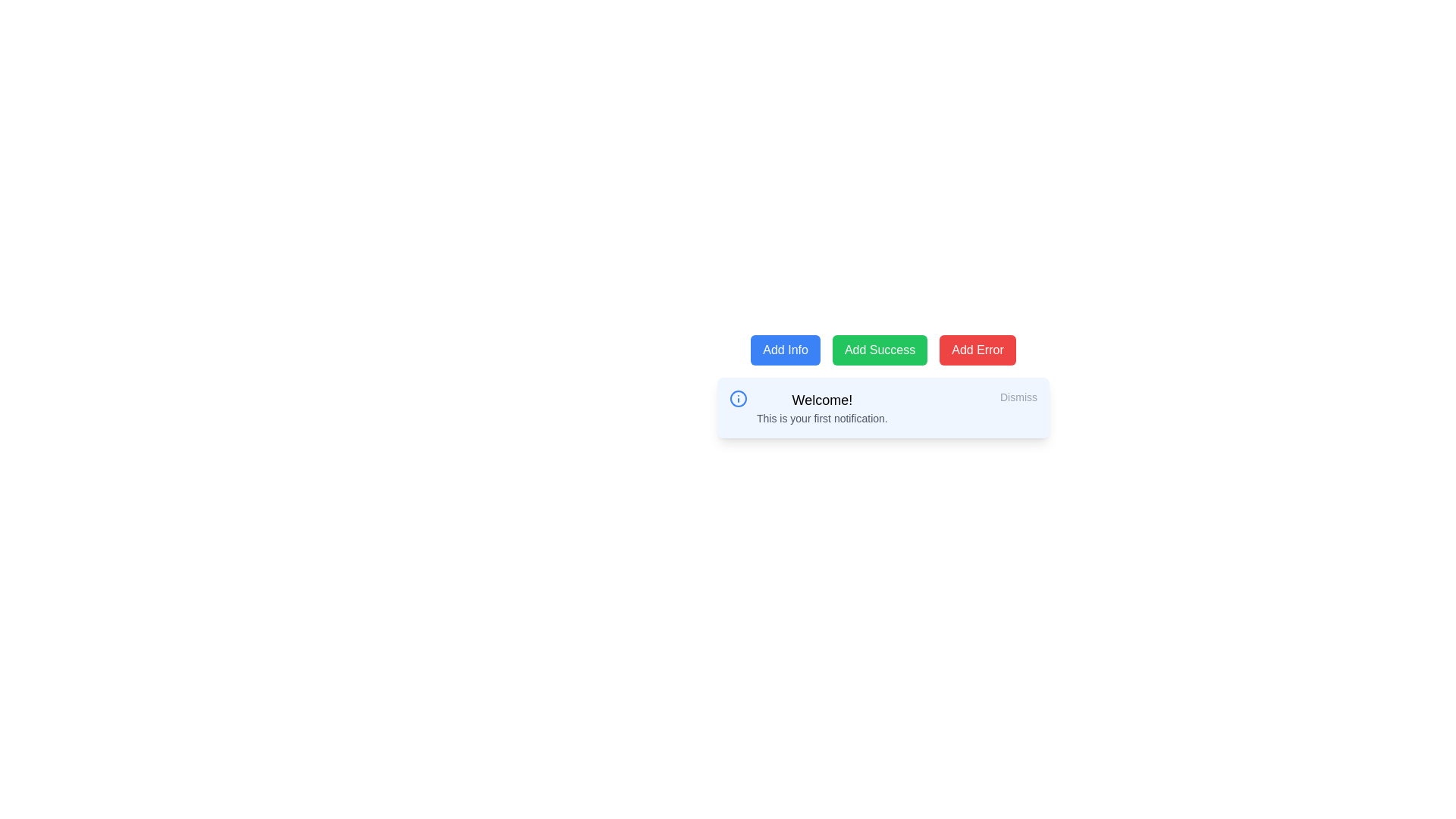 This screenshot has height=819, width=1456. What do you see at coordinates (883, 385) in the screenshot?
I see `the Notification banner element that displays 'Welcome!' and 'This is your first notification.' with a 'Dismiss' button on the right` at bounding box center [883, 385].